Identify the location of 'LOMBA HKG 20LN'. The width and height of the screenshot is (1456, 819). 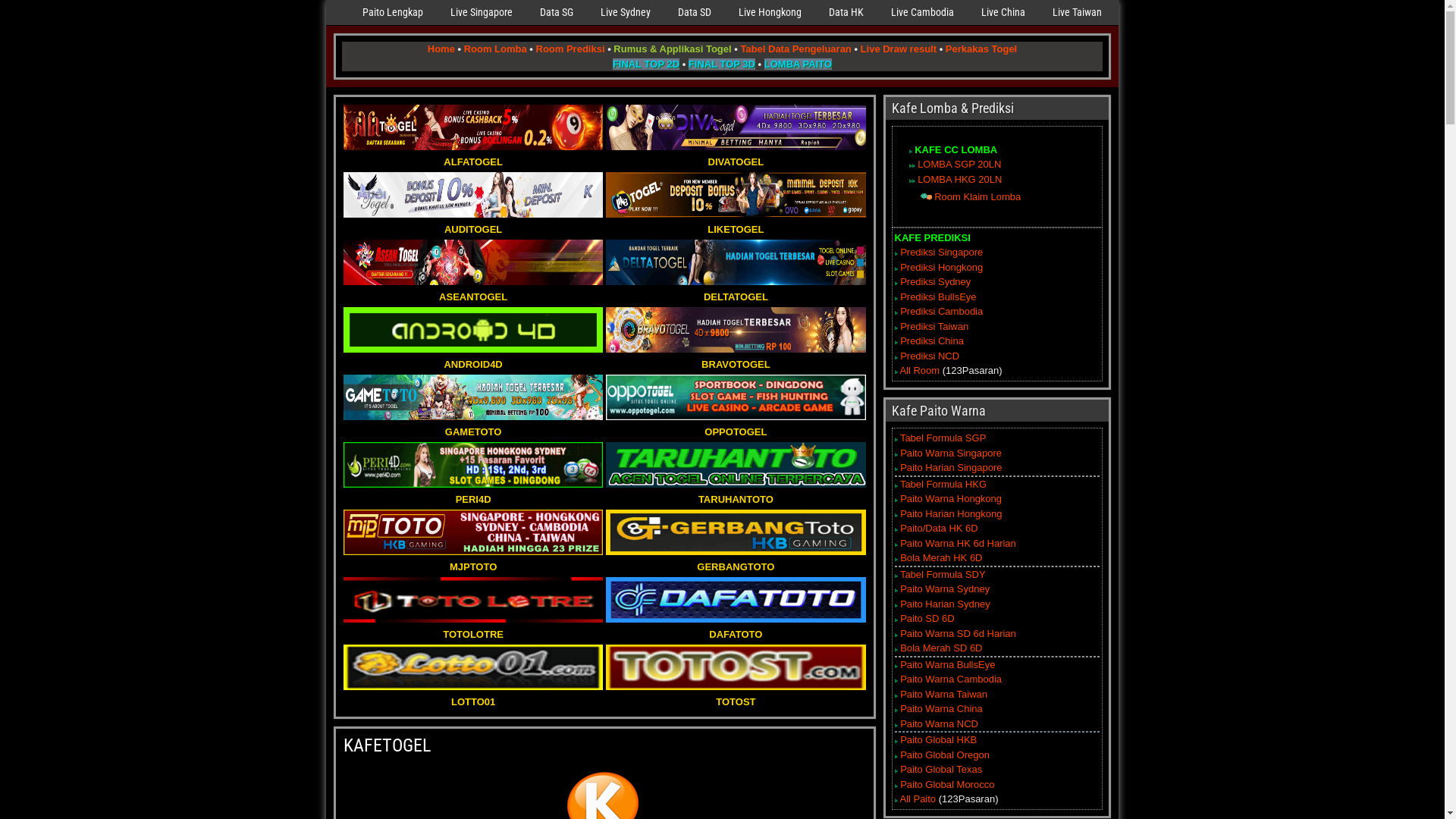
(916, 178).